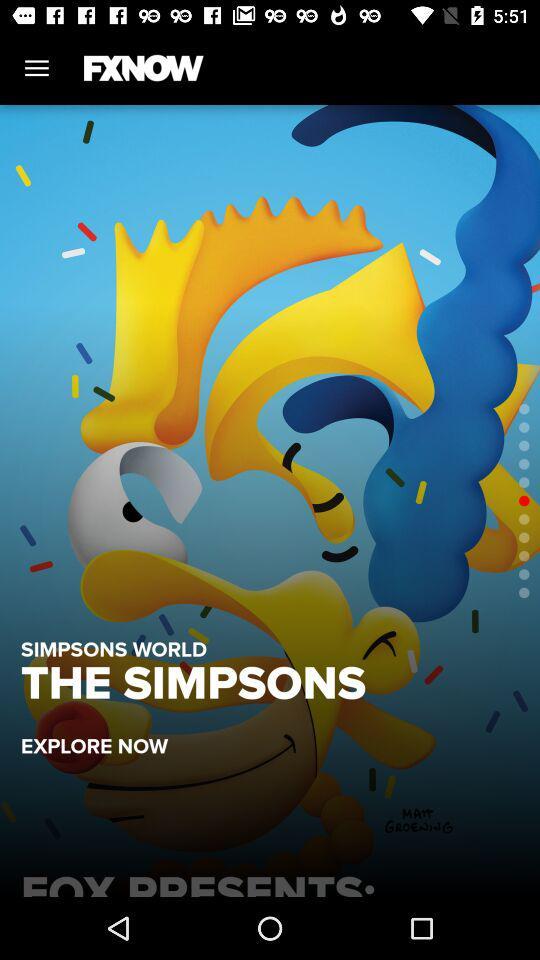 This screenshot has width=540, height=960. I want to click on item at the center, so click(270, 500).